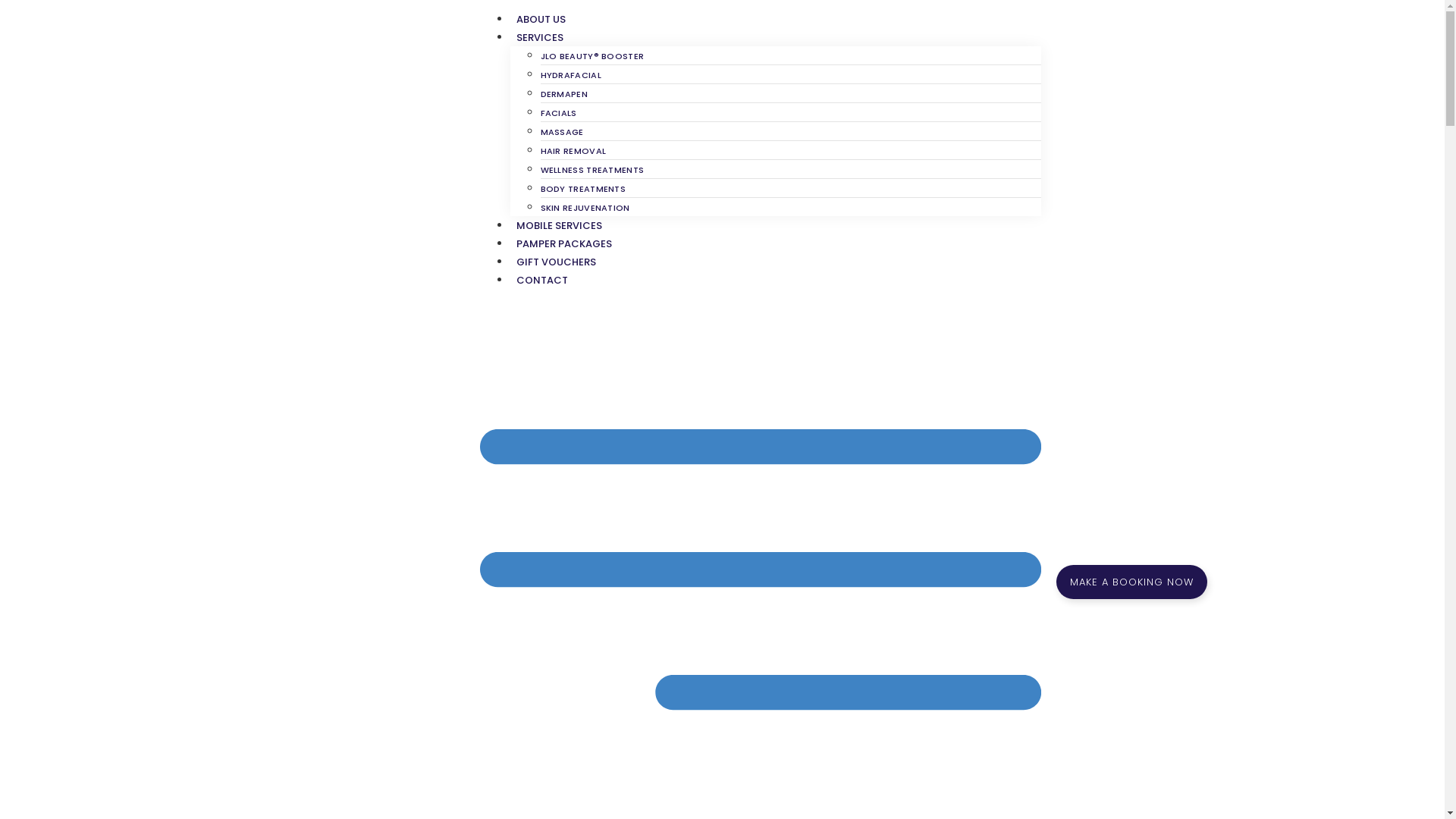  I want to click on 'SERVICES', so click(538, 36).